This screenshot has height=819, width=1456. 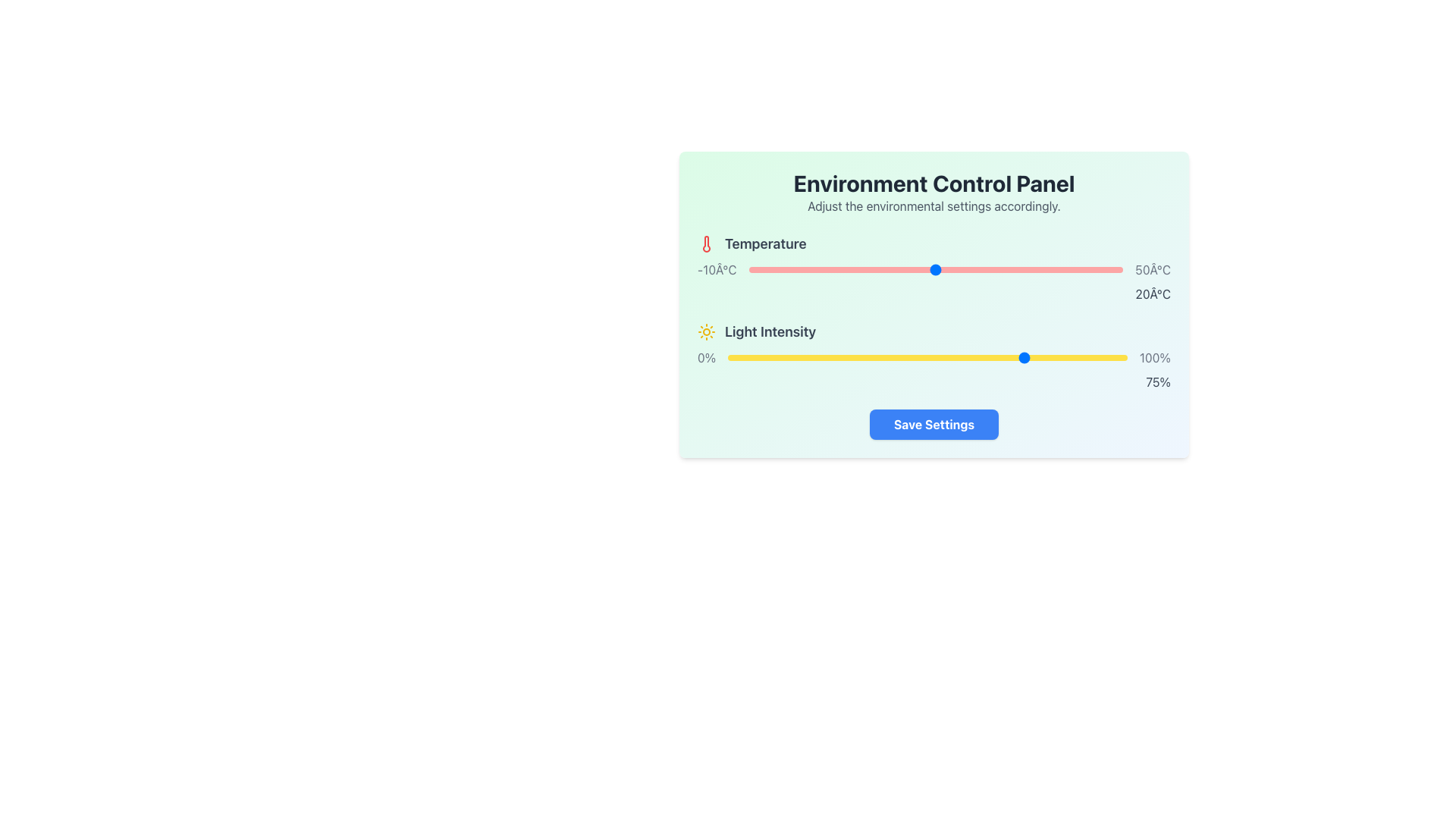 What do you see at coordinates (1046, 357) in the screenshot?
I see `the light intensity` at bounding box center [1046, 357].